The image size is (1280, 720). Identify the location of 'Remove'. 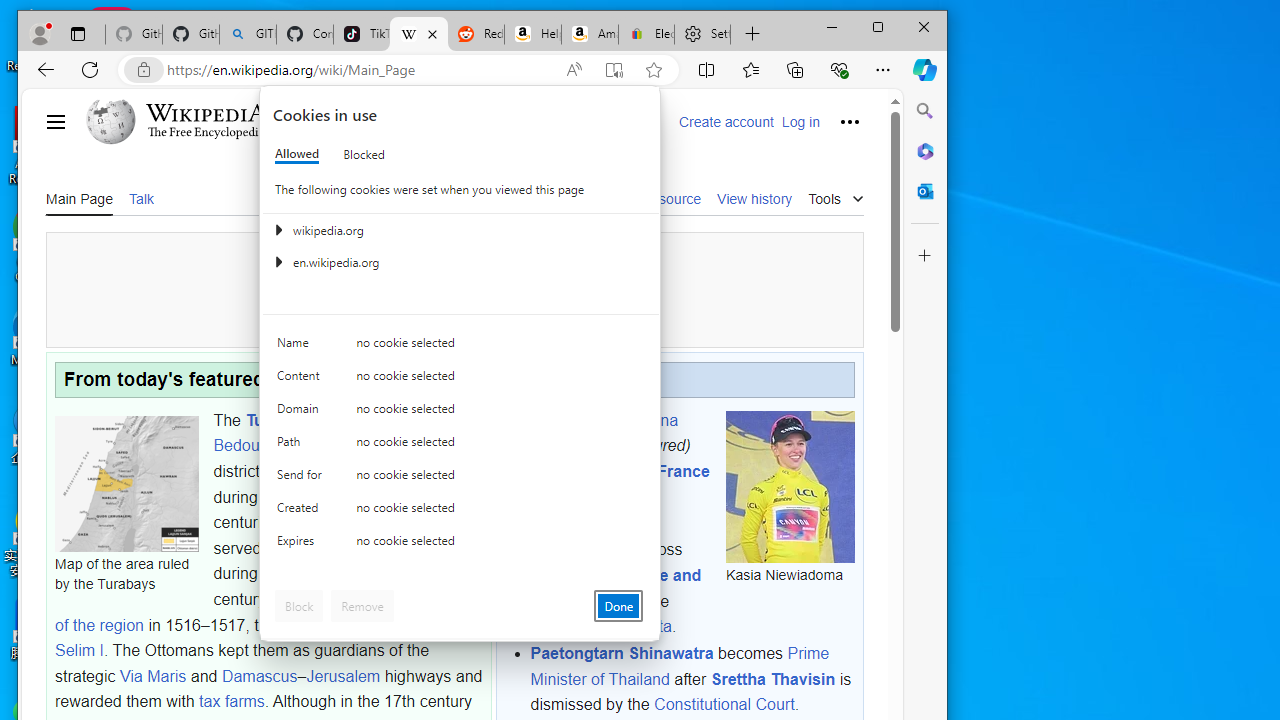
(362, 604).